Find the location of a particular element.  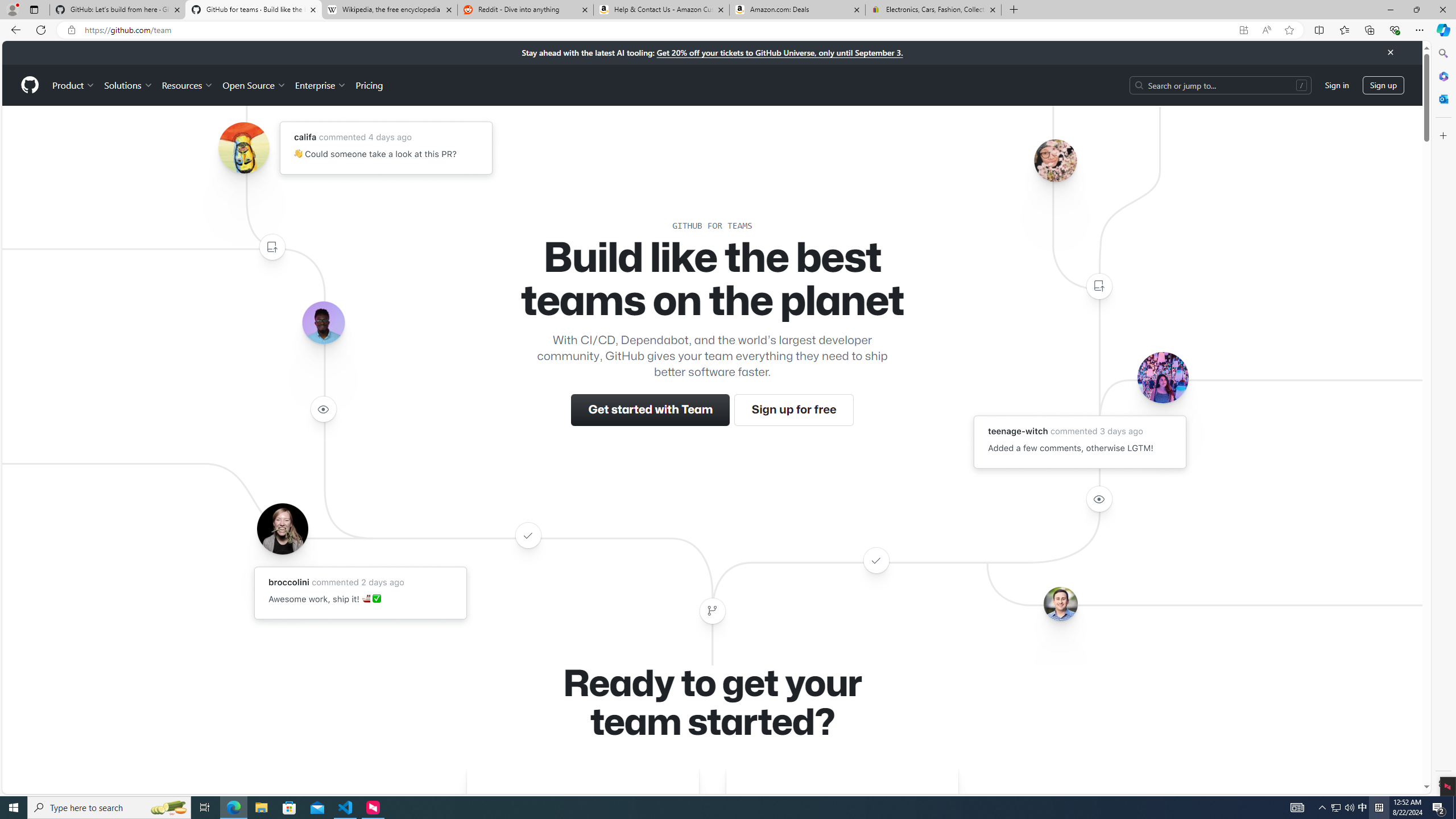

'Pricing' is located at coordinates (369, 85).